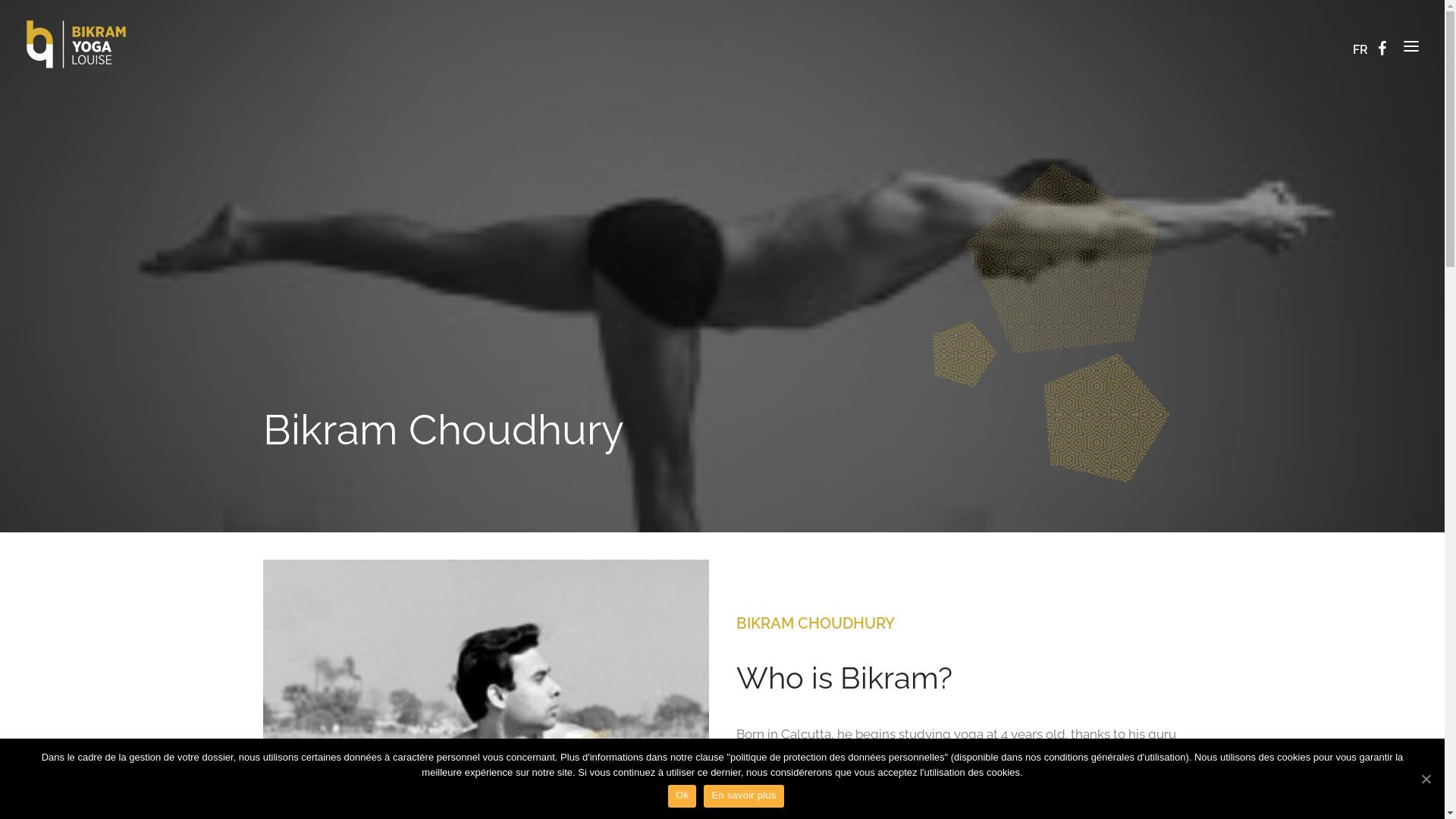 The image size is (1456, 819). Describe the element at coordinates (1361, 49) in the screenshot. I see `'FR'` at that location.